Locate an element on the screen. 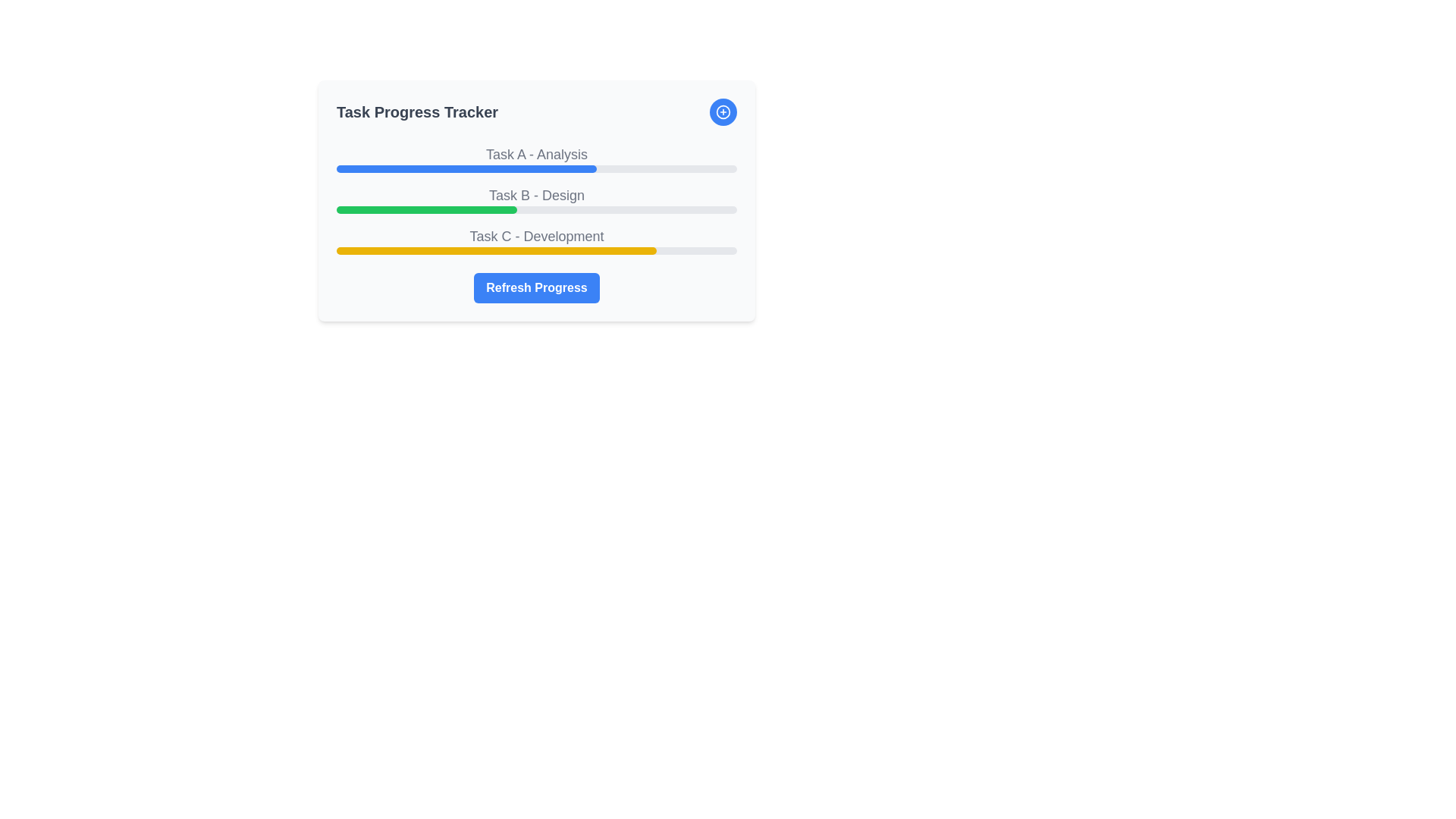 This screenshot has width=1456, height=819. progress percentage displayed on the progress bar for 'Task B - Design', which is visually represented in green and located in the middle of the 'Task Progress Tracker' panel is located at coordinates (537, 198).